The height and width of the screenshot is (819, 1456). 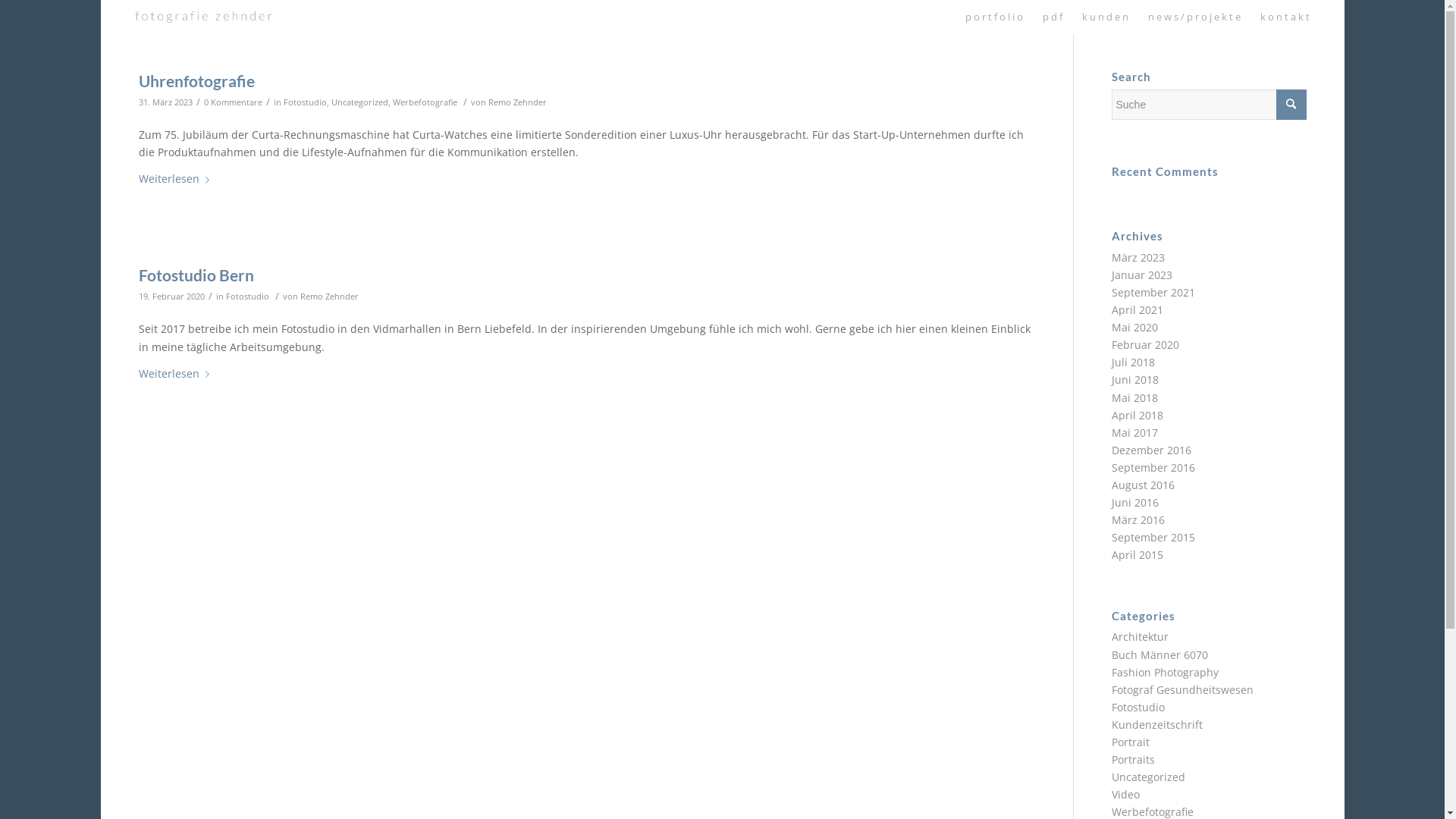 What do you see at coordinates (1138, 17) in the screenshot?
I see `'n e w s / p r o j e k t e'` at bounding box center [1138, 17].